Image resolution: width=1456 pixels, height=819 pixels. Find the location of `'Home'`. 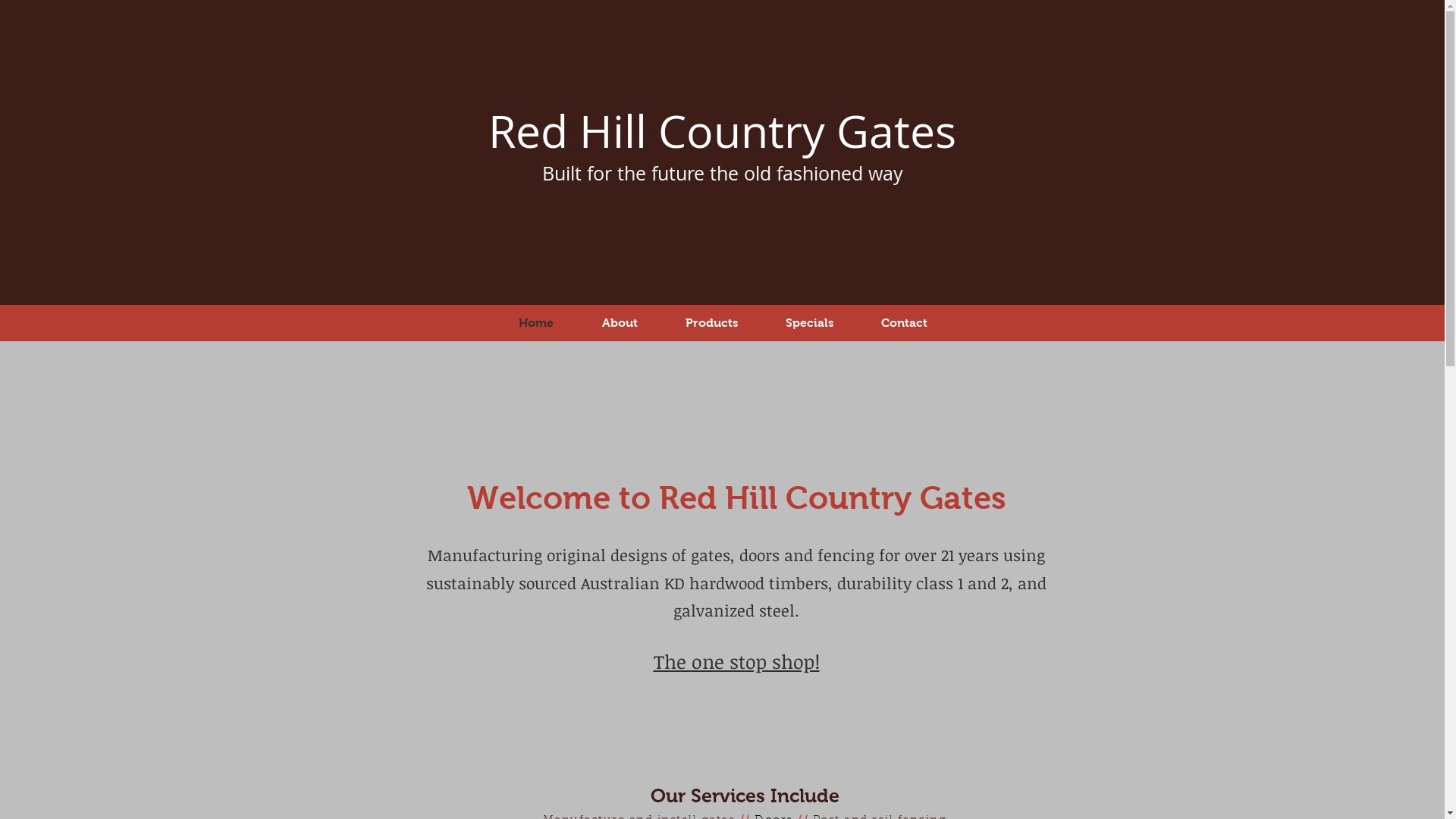

'Home' is located at coordinates (535, 322).